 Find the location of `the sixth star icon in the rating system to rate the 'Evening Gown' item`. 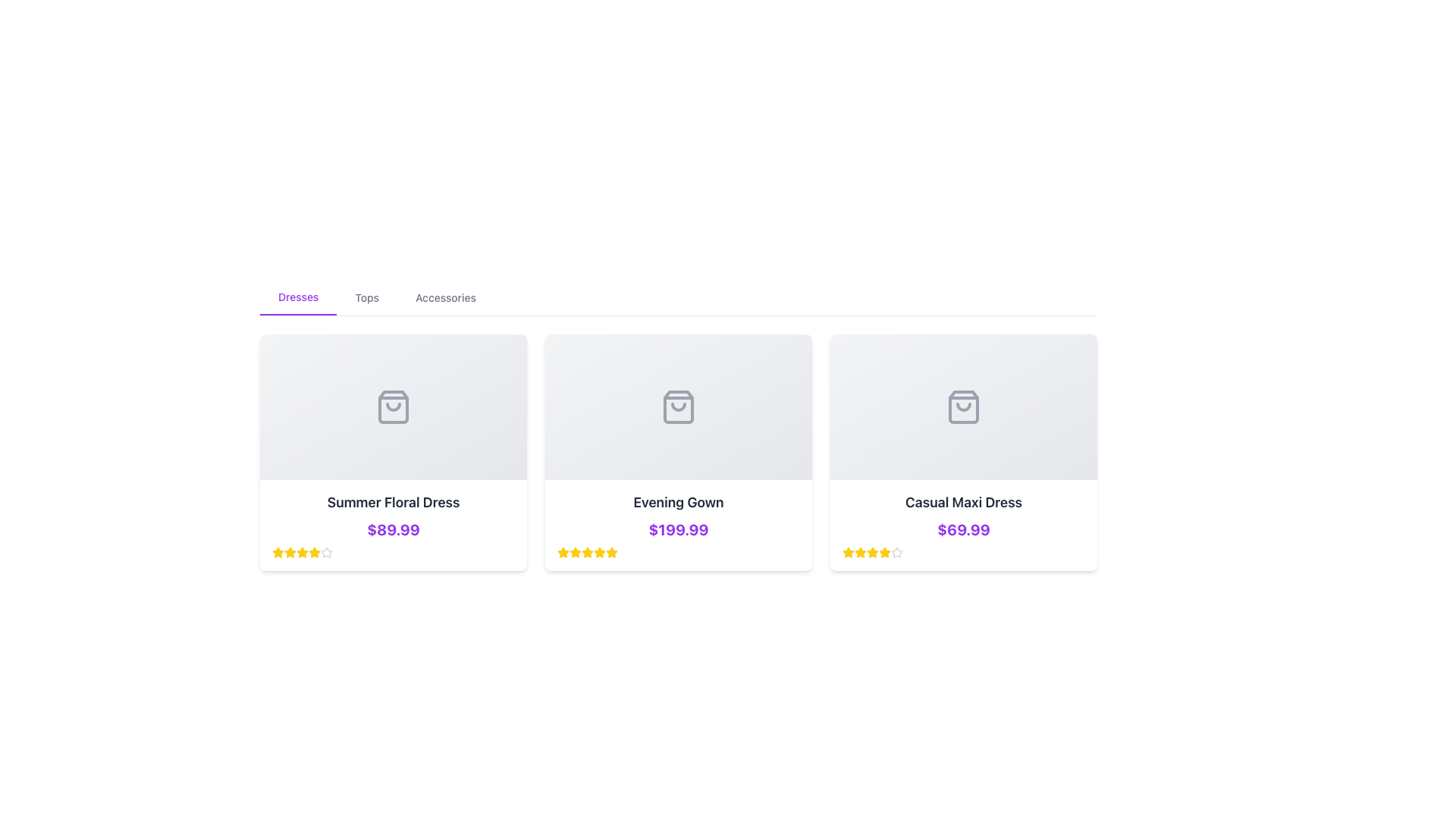

the sixth star icon in the rating system to rate the 'Evening Gown' item is located at coordinates (599, 553).